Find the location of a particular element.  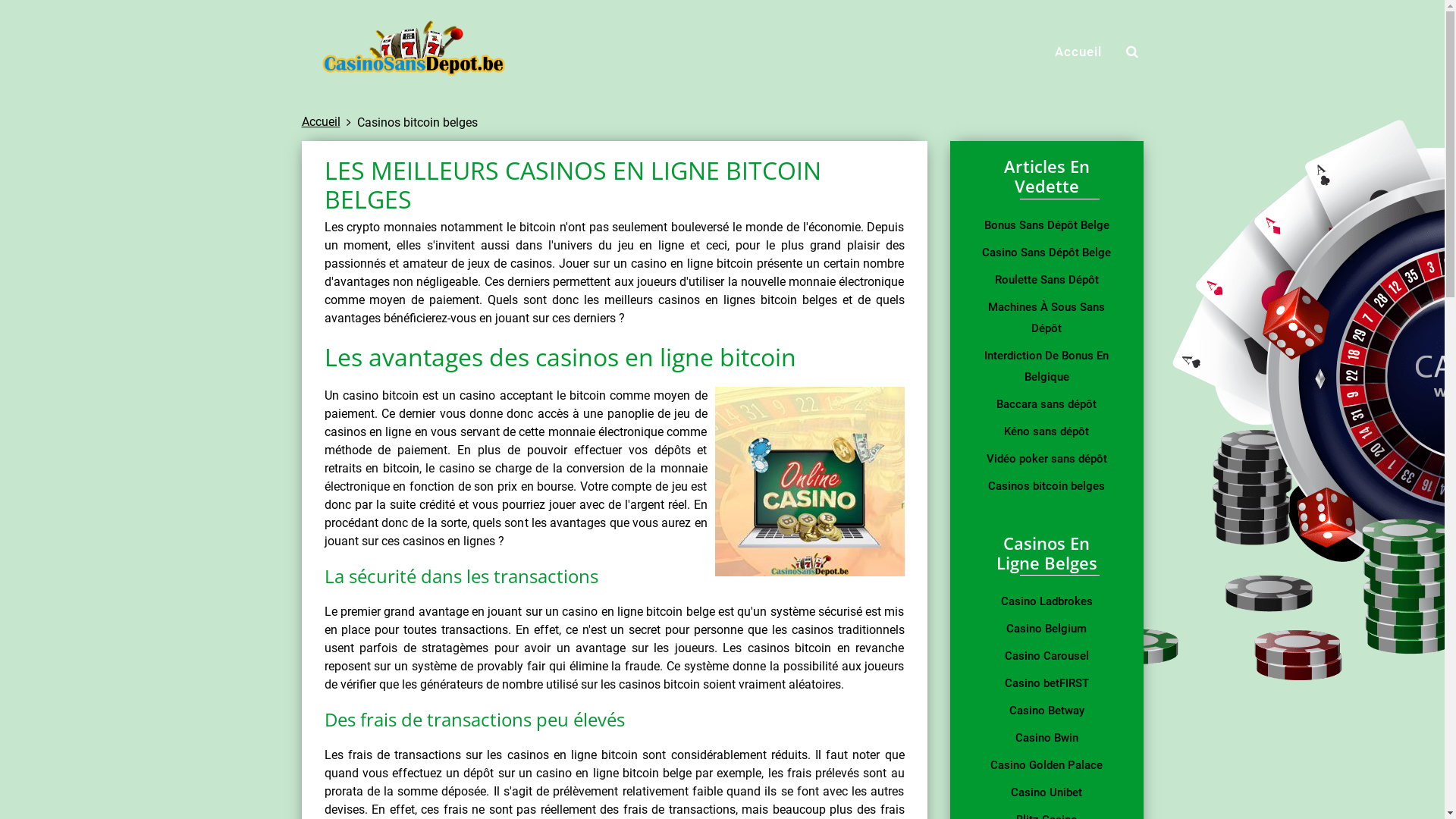

'Casino betFIRST' is located at coordinates (1045, 683).